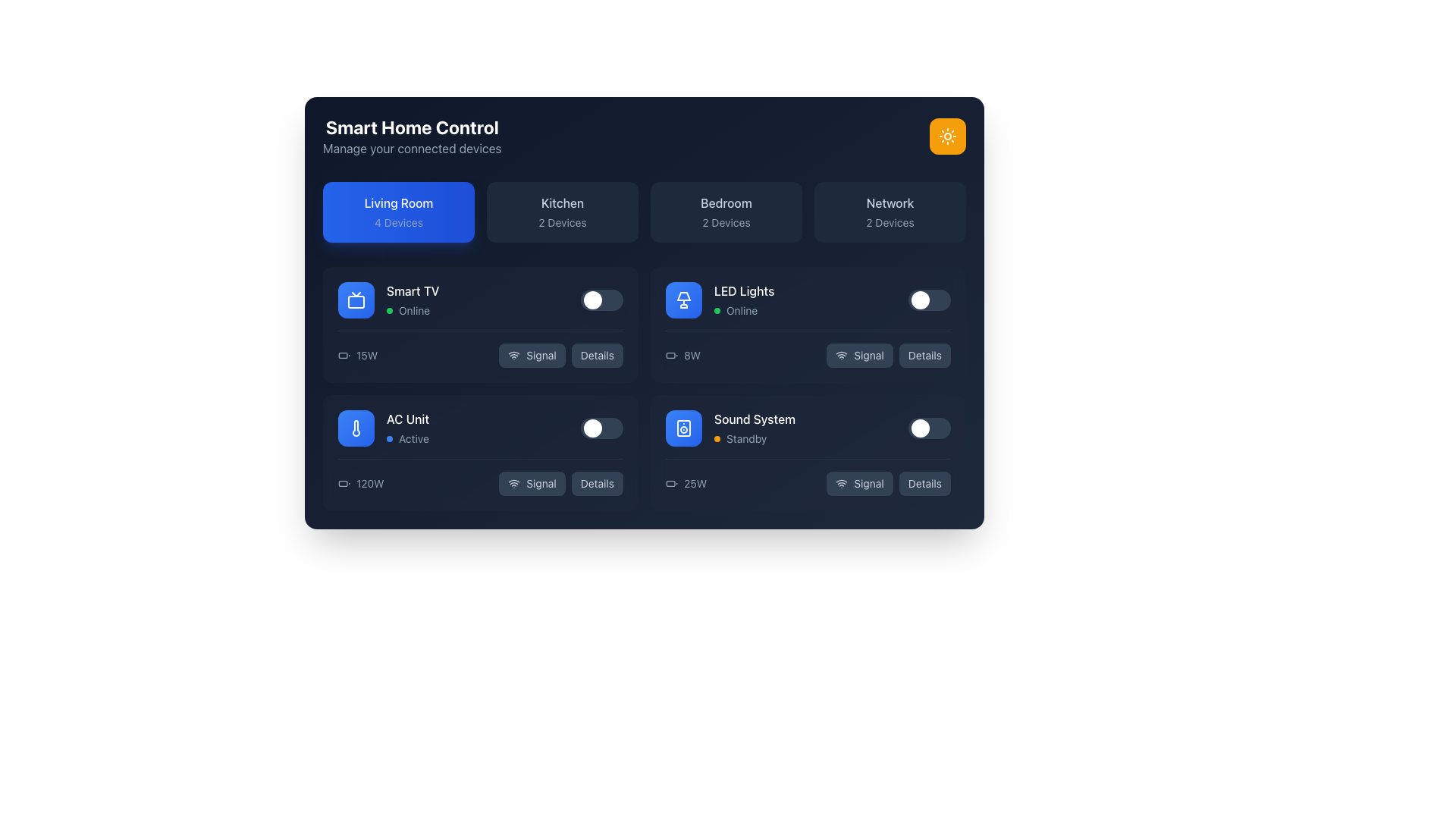 The image size is (1456, 819). I want to click on the toggle switch for the 'Smart TV' device located in the upper-left quadrant of the smart home dashboard, so click(601, 300).